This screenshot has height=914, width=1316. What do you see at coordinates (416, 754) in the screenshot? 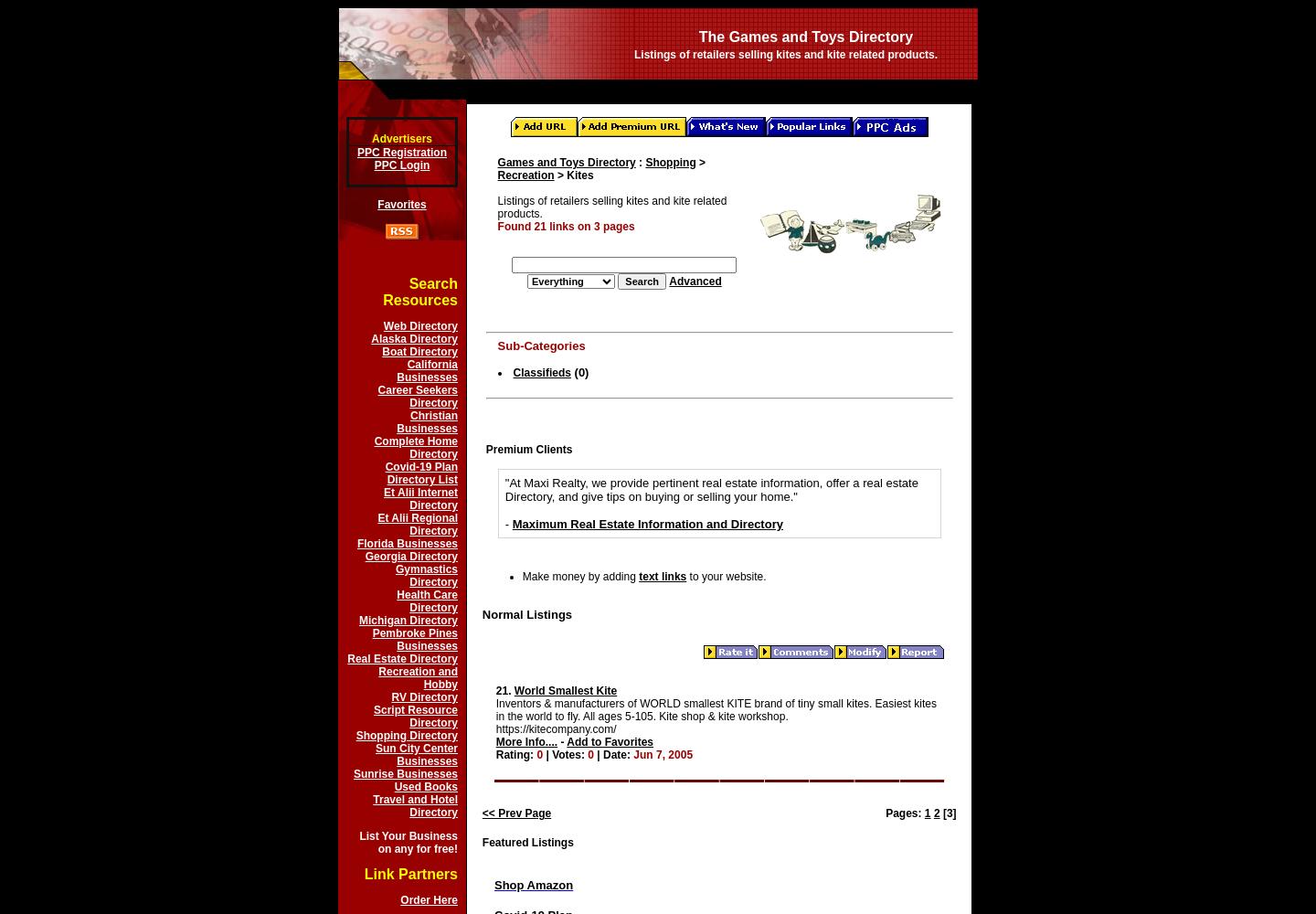
I see `'Sun City Center Businesses'` at bounding box center [416, 754].